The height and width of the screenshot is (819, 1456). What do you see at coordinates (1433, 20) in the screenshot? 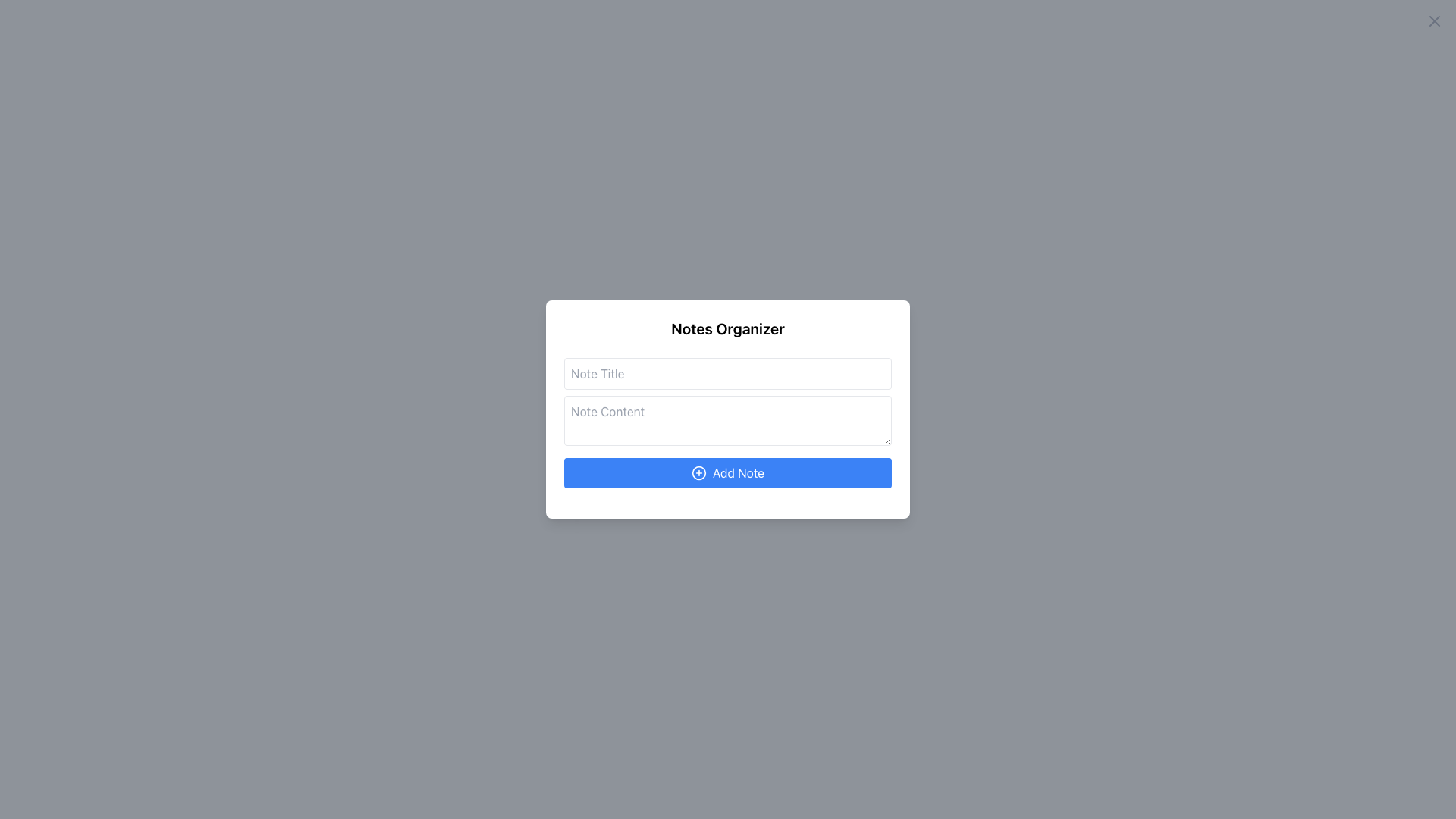
I see `the cross icon` at bounding box center [1433, 20].